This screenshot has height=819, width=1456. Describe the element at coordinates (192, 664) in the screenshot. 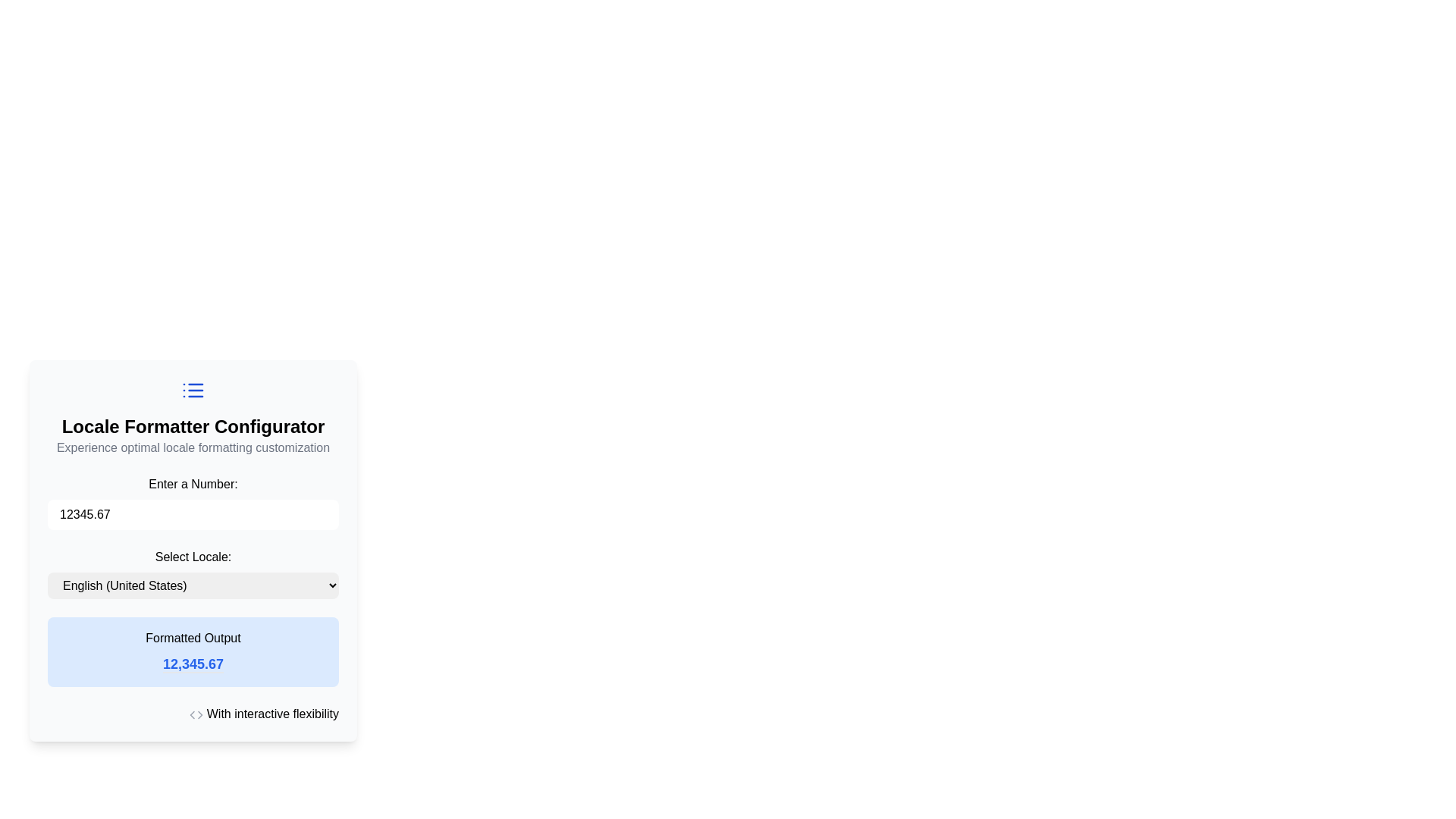

I see `formatted value displayed in the Text display located within the blue background section labeled 'Formatted Output', which is positioned directly below the heading 'Formatted Output'` at that location.